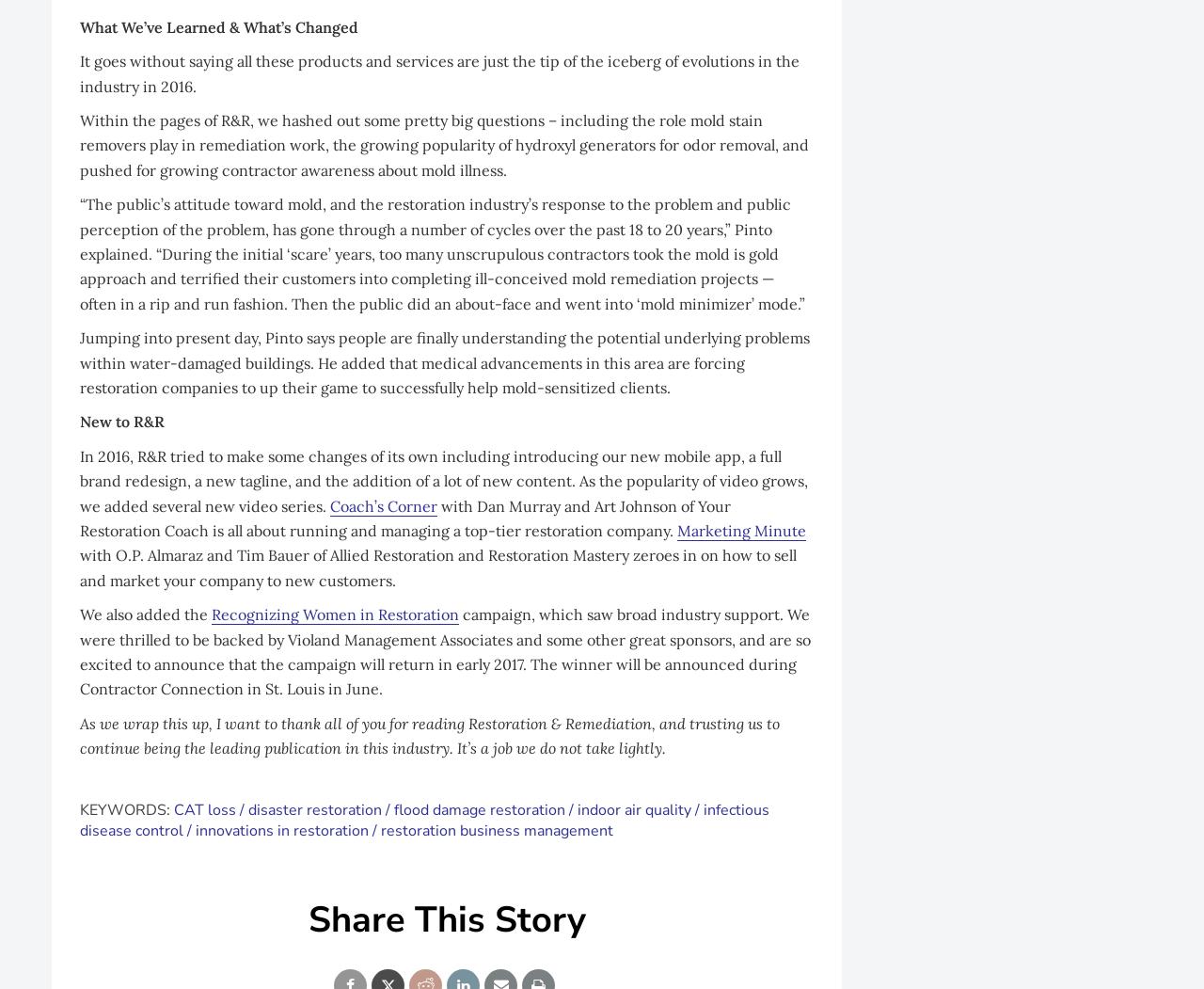 This screenshot has width=1204, height=989. I want to click on 'innovations in restoration', so click(281, 830).